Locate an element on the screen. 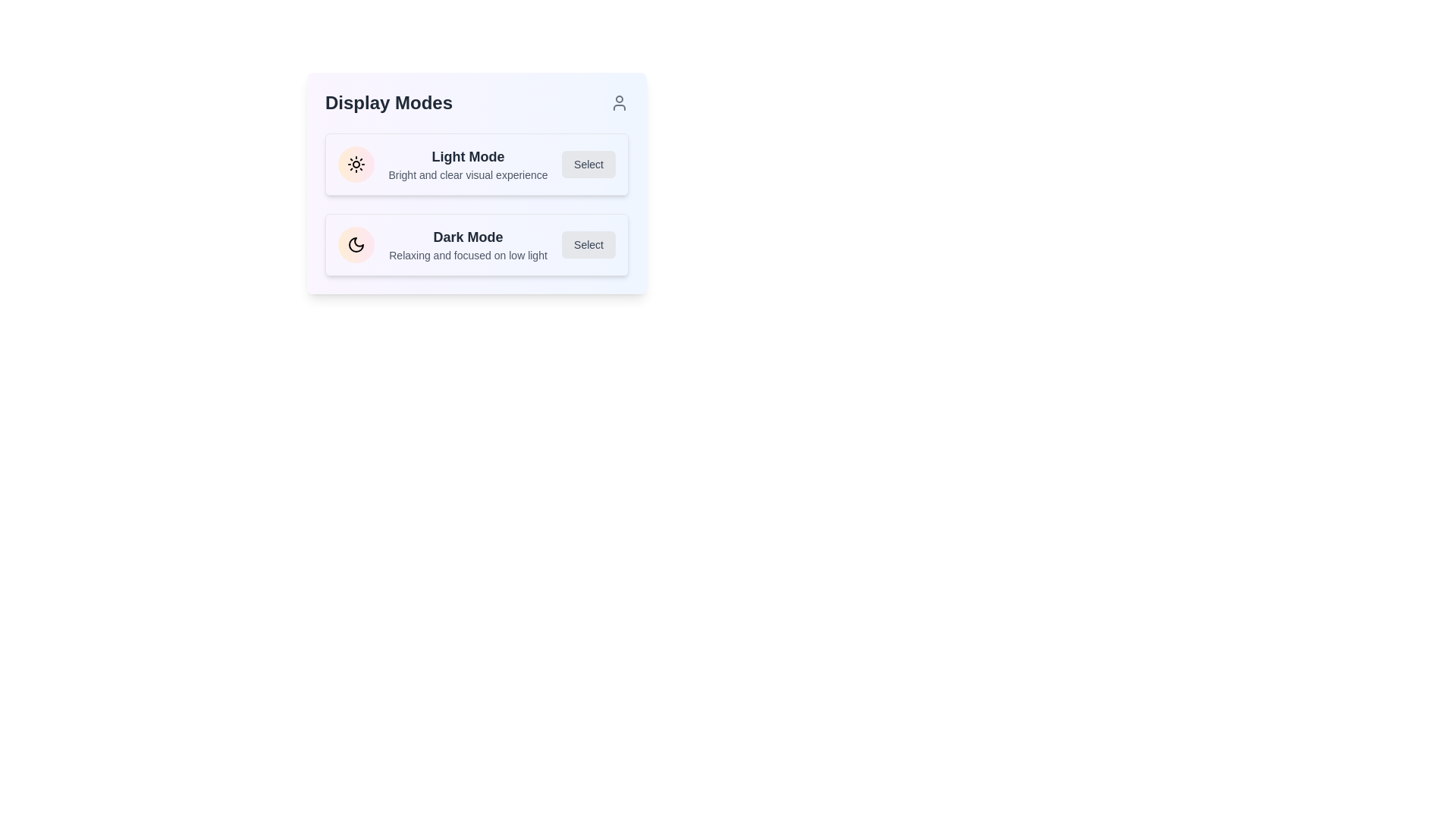  the rounded gradient icon with a black crescent moon graphic, located to the left of 'Dark Mode' in the 'Display Modes' section is located at coordinates (356, 244).